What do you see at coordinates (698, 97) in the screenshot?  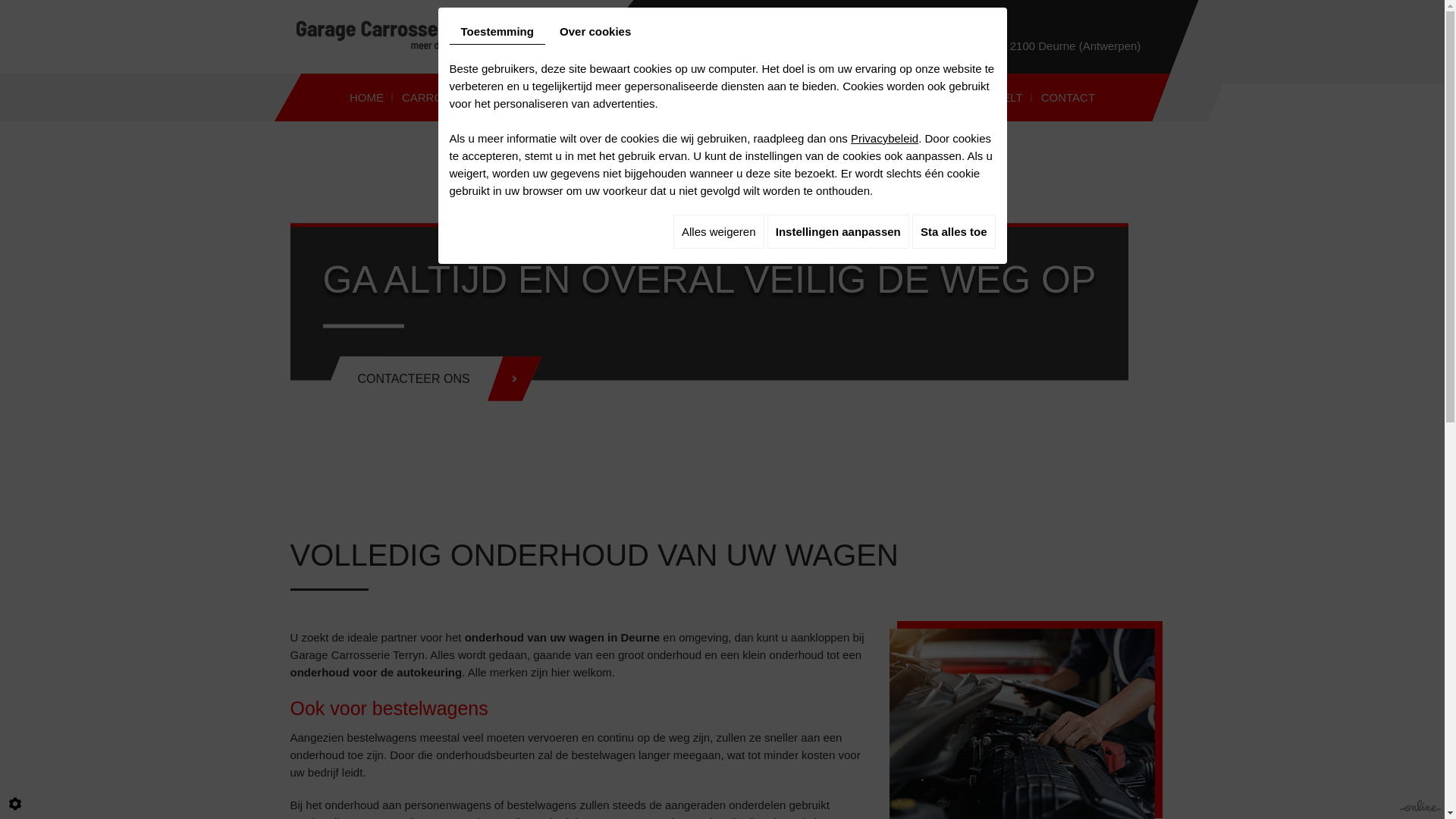 I see `'OPKUISEN KOPLAMPEN'` at bounding box center [698, 97].